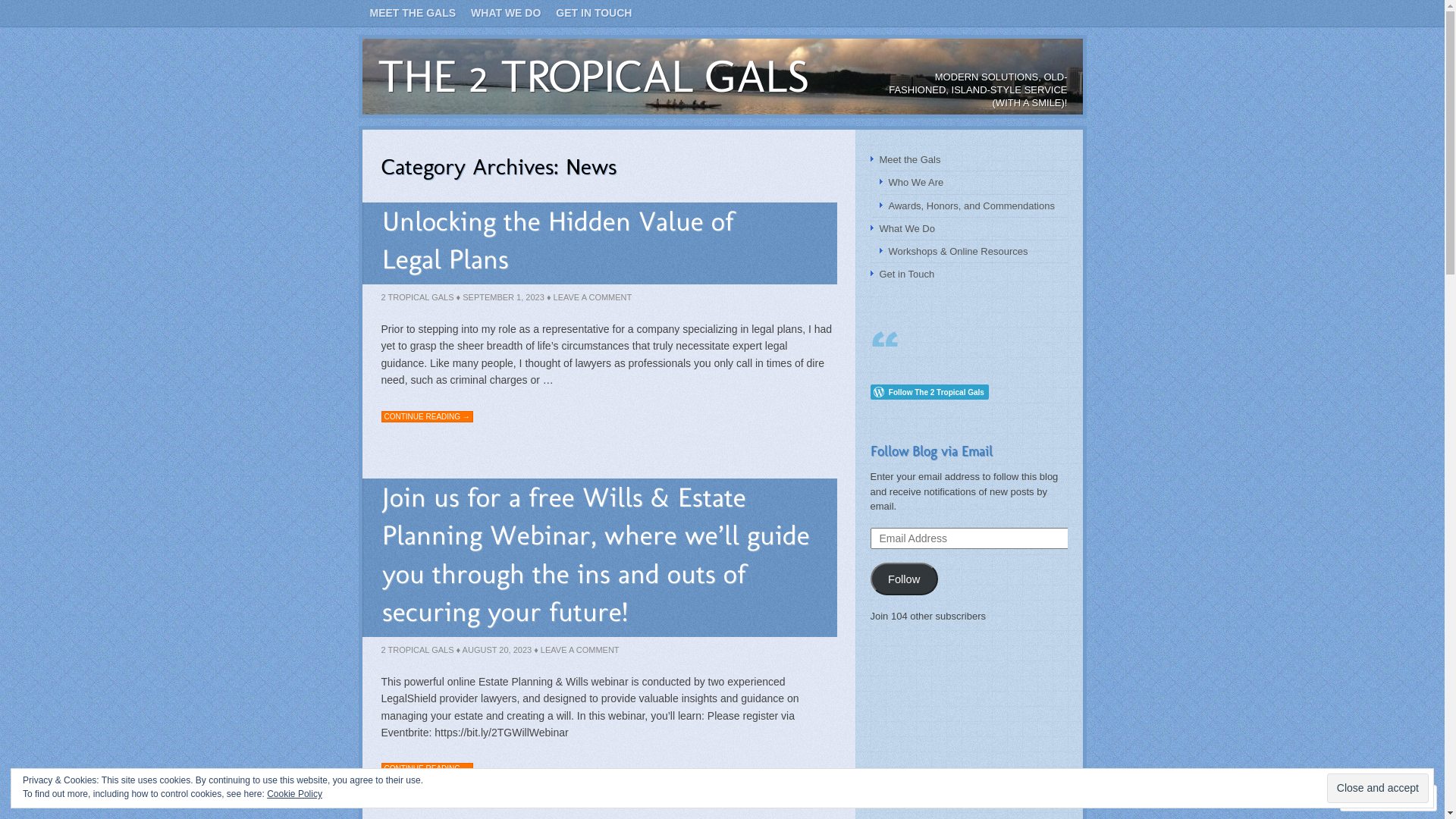  Describe the element at coordinates (888, 206) in the screenshot. I see `'Awards, Honors, and Commendations'` at that location.